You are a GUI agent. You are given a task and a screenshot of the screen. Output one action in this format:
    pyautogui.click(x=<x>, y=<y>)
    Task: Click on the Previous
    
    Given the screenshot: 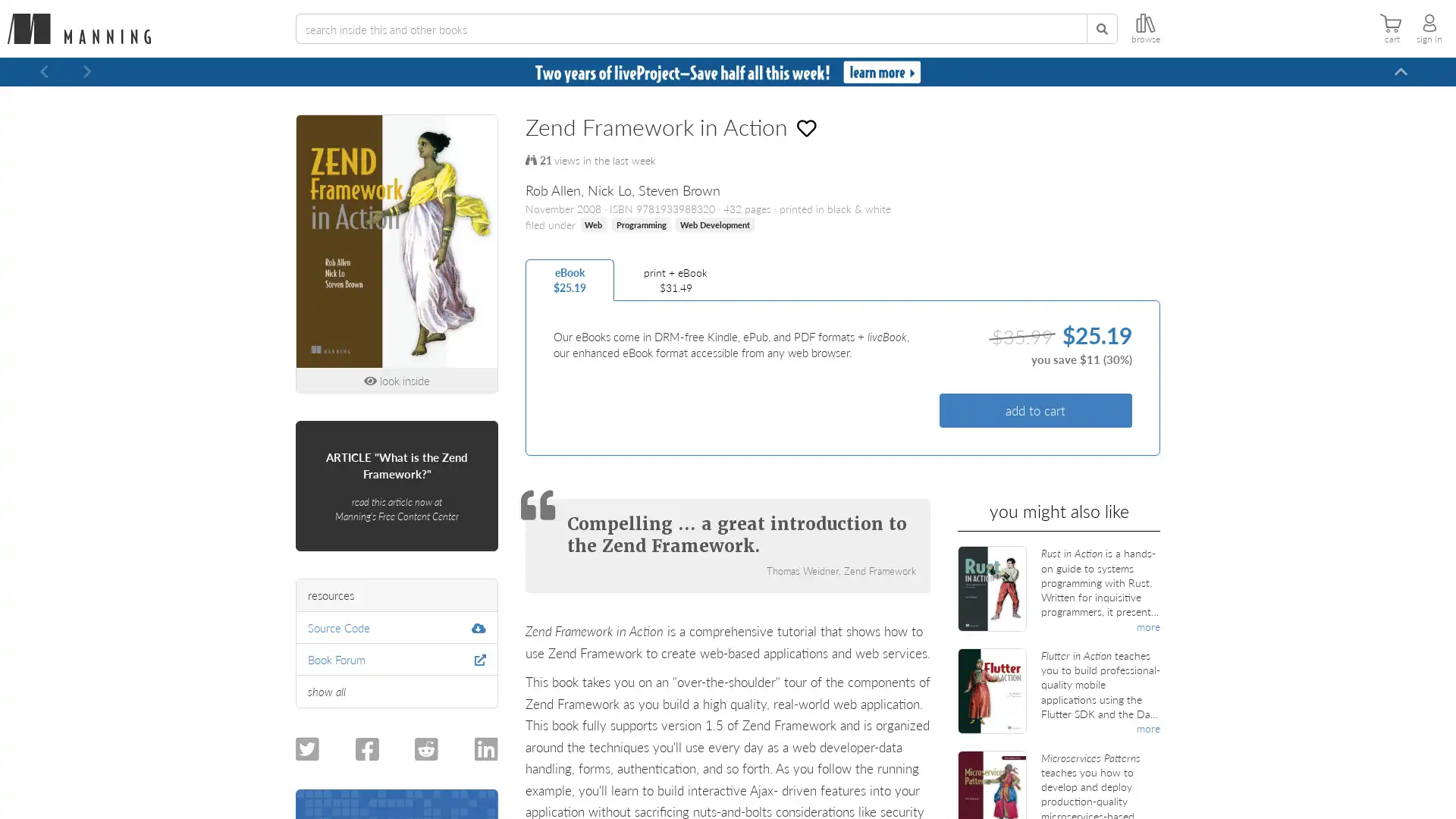 What is the action you would take?
    pyautogui.click(x=44, y=72)
    